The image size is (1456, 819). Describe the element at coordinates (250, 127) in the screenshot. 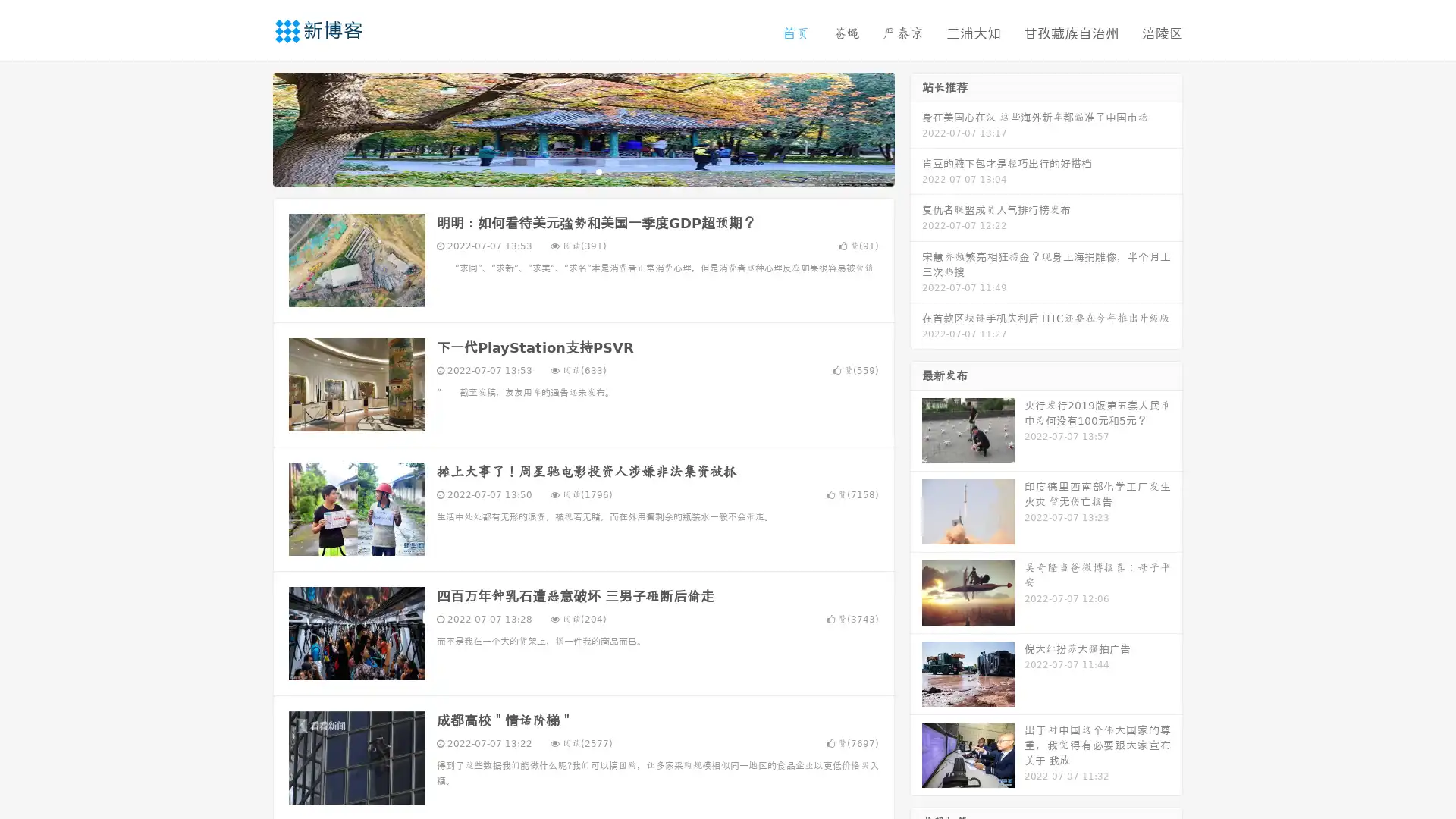

I see `Previous slide` at that location.